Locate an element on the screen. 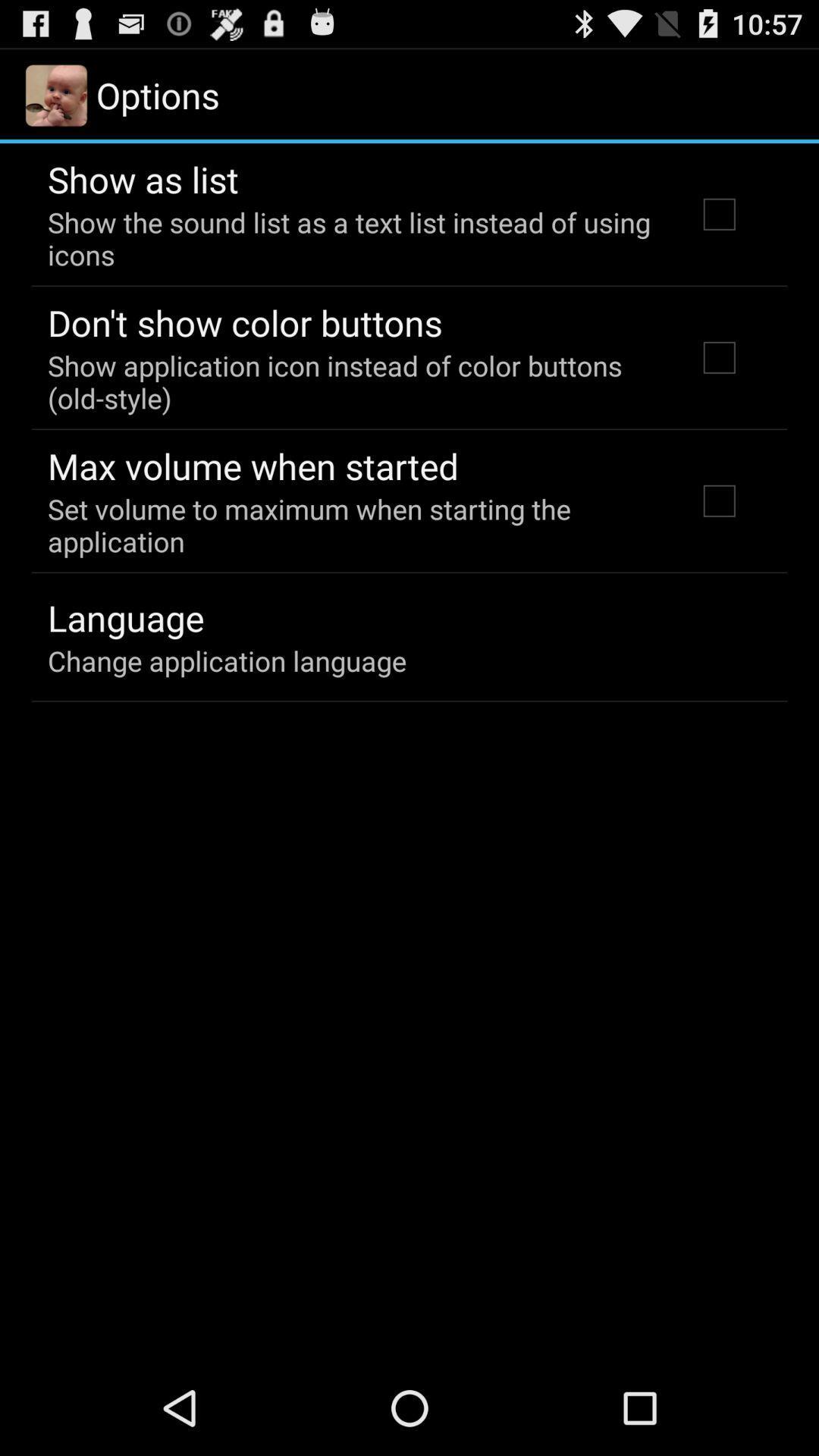  icon above max volume when item is located at coordinates (351, 381).